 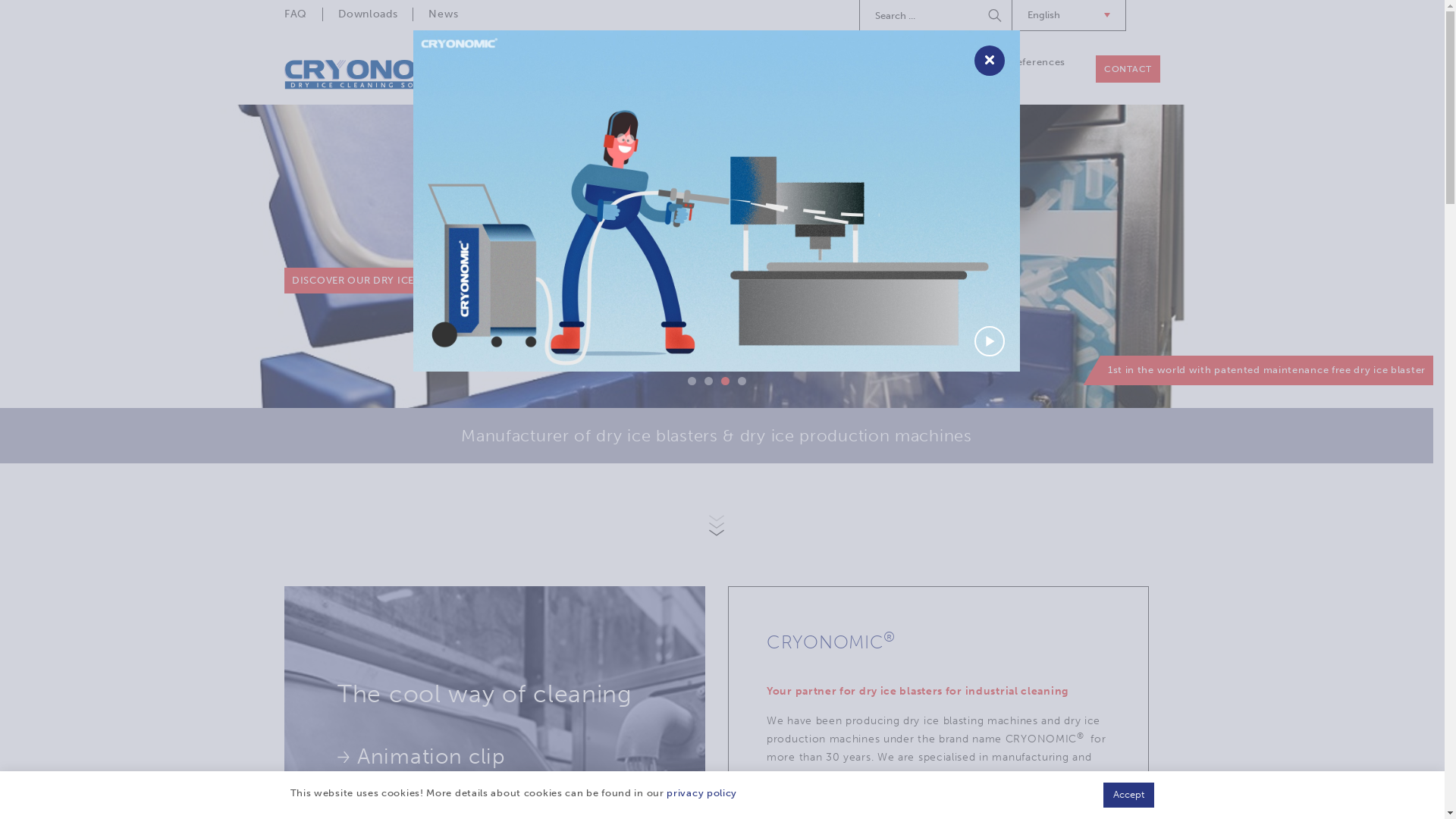 What do you see at coordinates (367, 14) in the screenshot?
I see `'Downloads'` at bounding box center [367, 14].